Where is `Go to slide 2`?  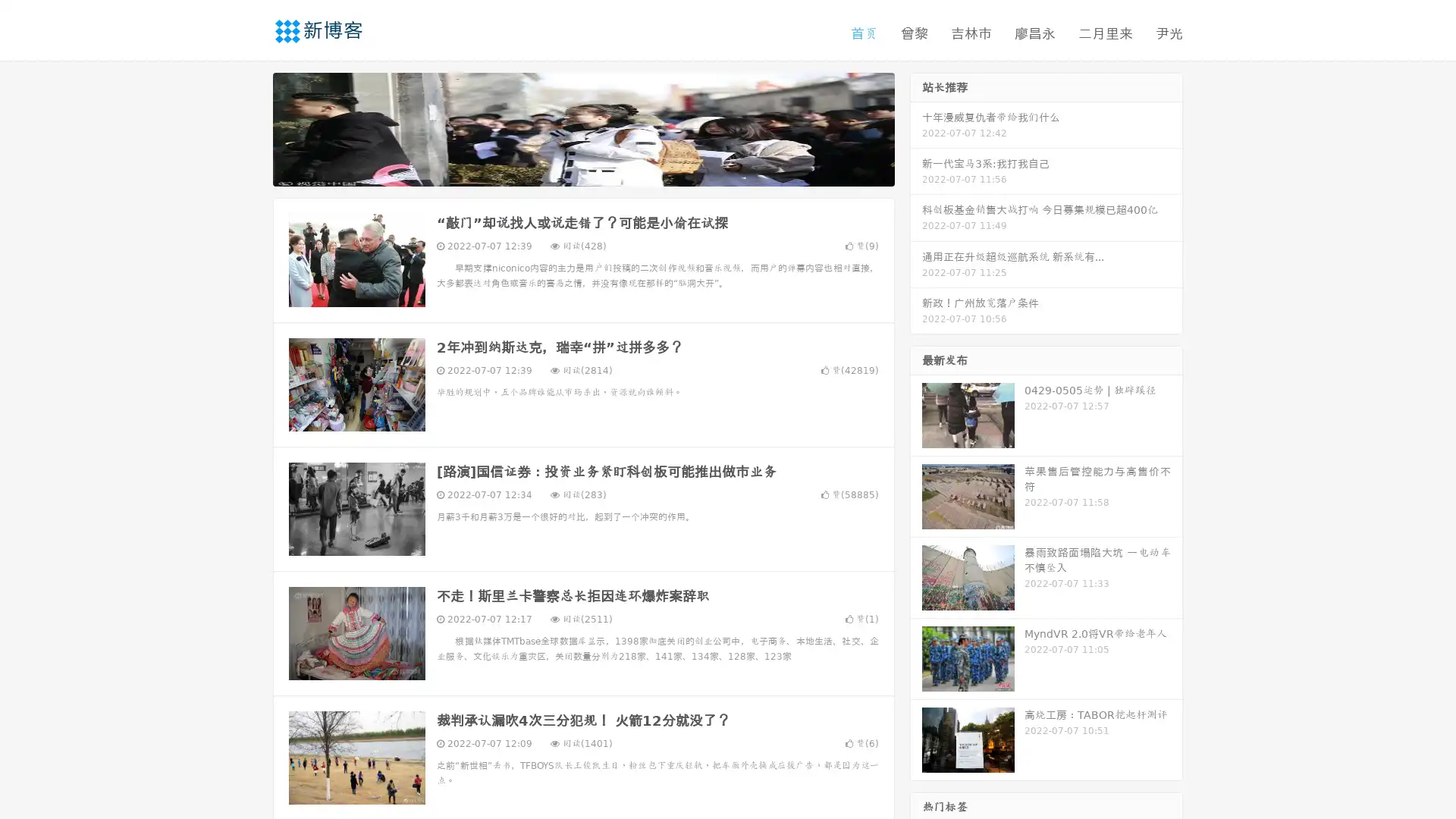 Go to slide 2 is located at coordinates (582, 171).